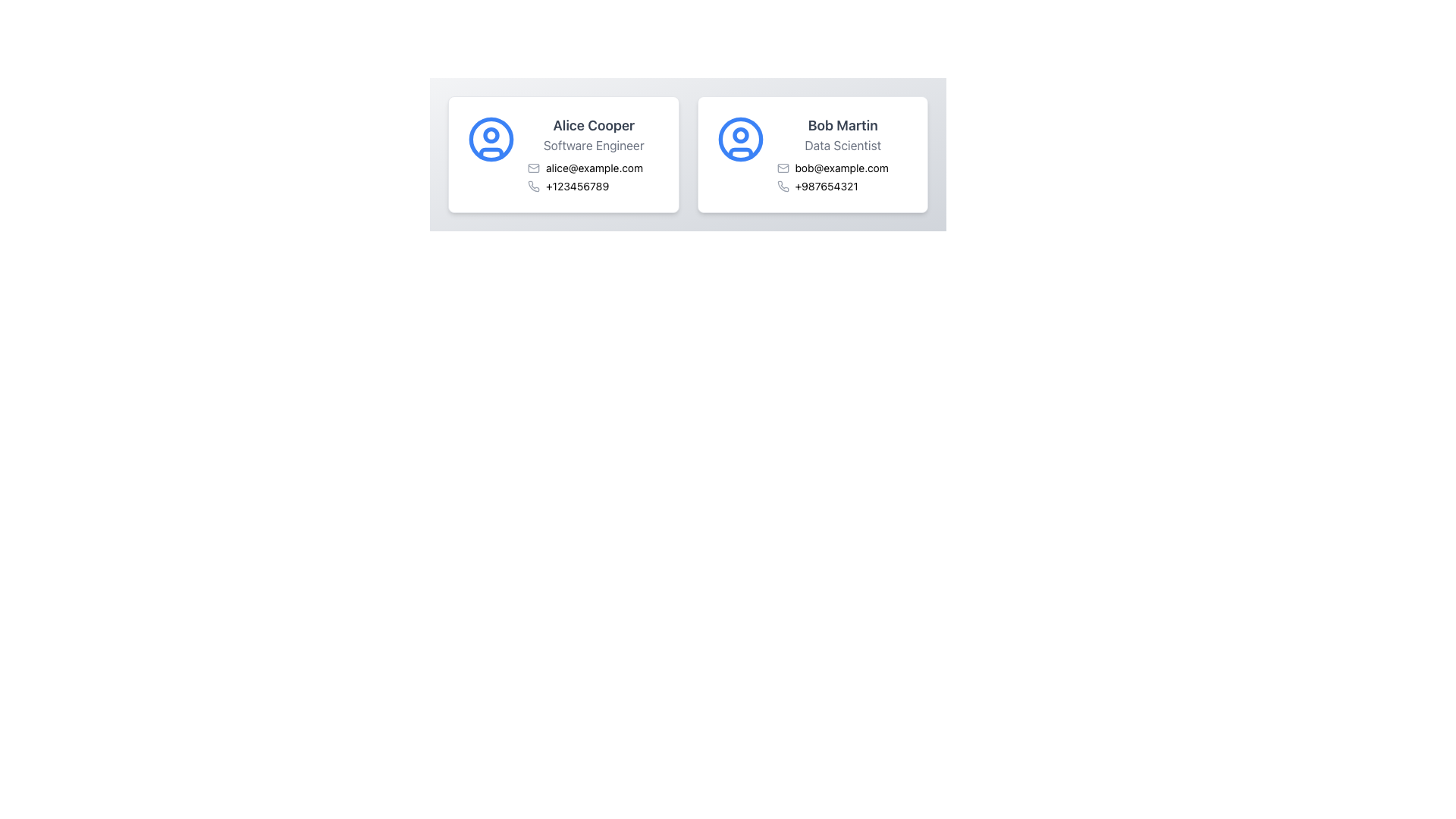 This screenshot has height=819, width=1456. Describe the element at coordinates (783, 168) in the screenshot. I see `the rectangular base of the envelope icon, which is styled with a stroke and a fill, located to the left of the text 'Bob Martin' and 'bob@example.com'` at that location.